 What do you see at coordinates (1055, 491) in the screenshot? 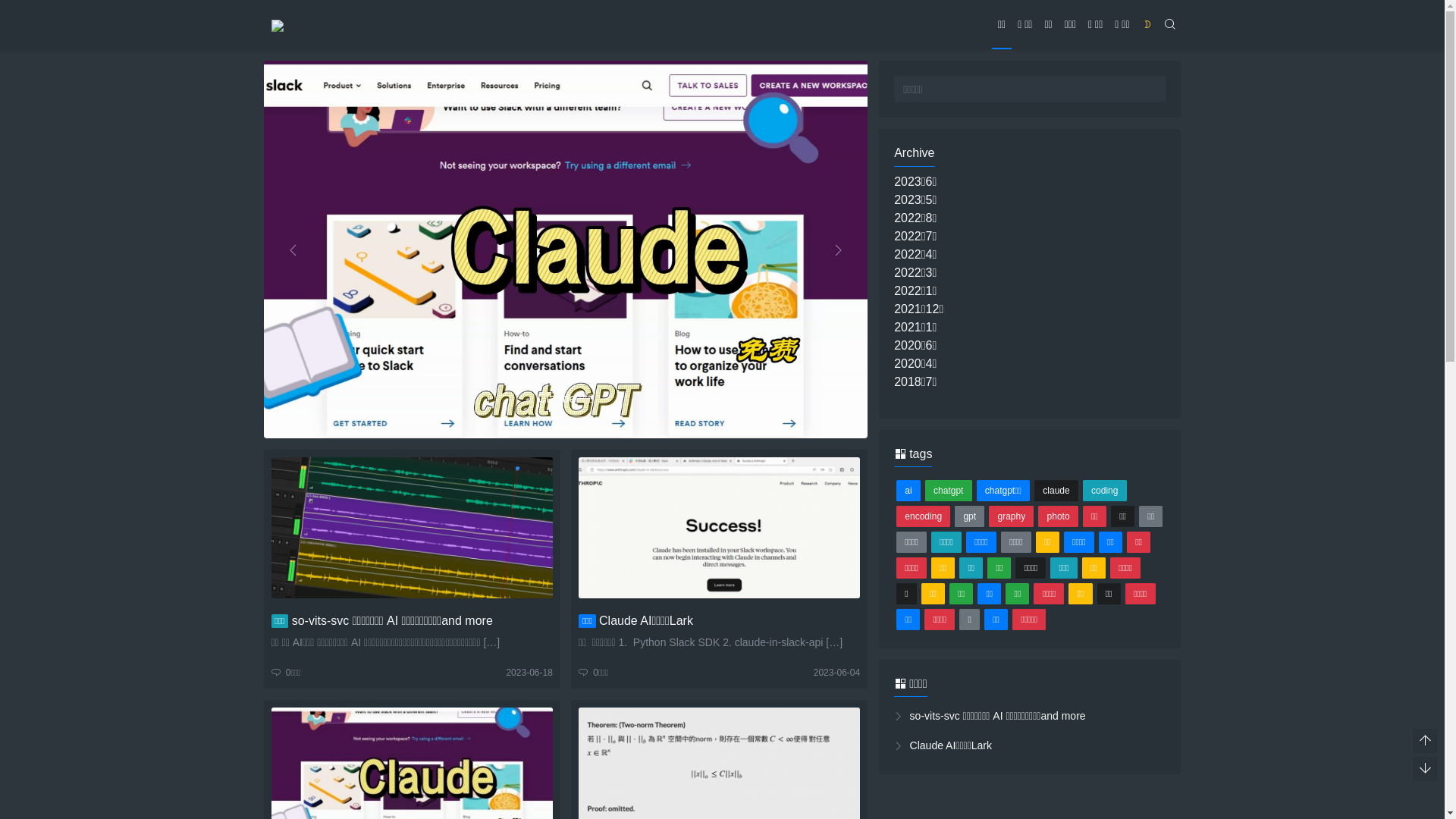
I see `'claude'` at bounding box center [1055, 491].